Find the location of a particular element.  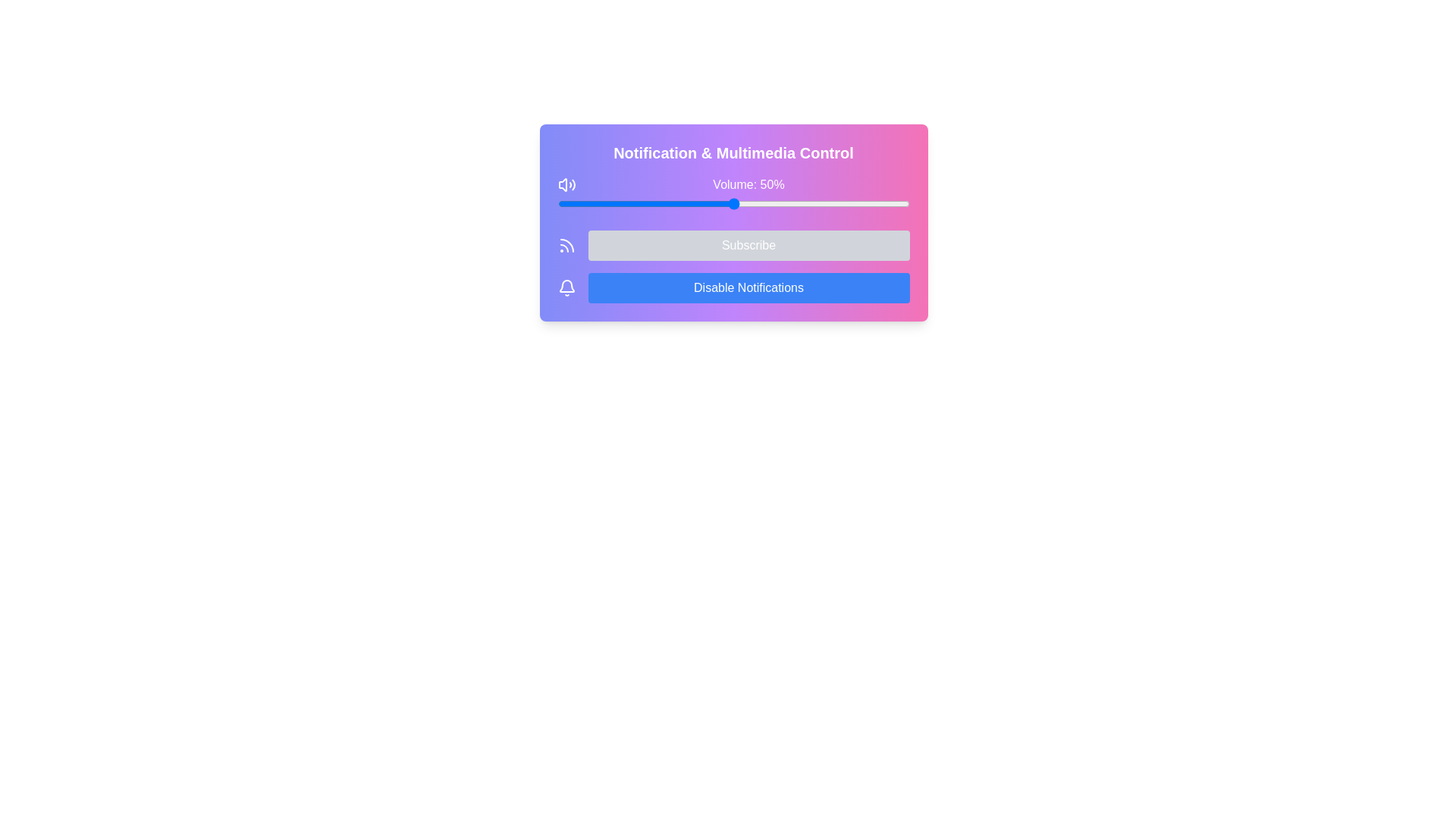

the volume slider is located at coordinates (617, 203).